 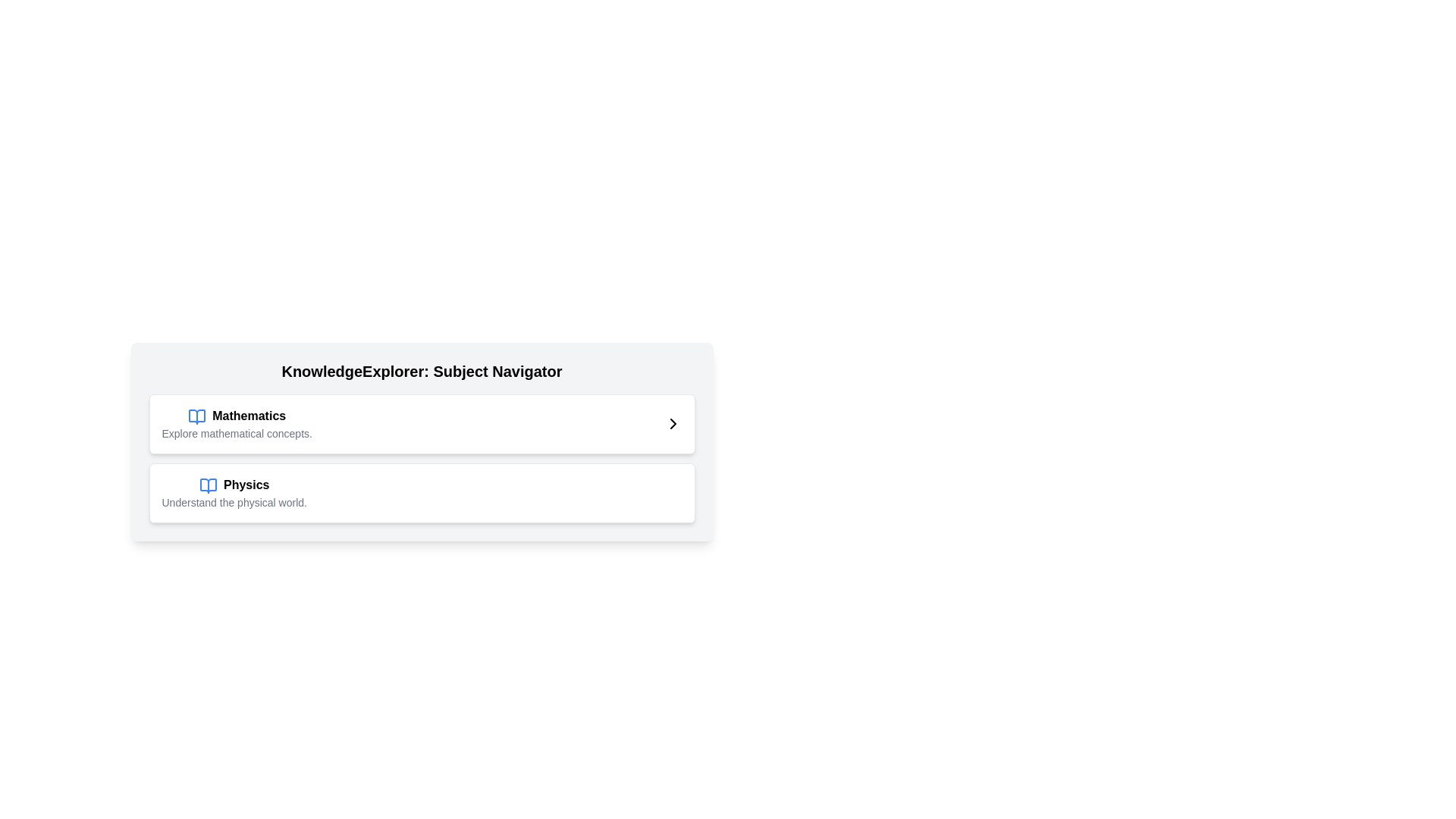 What do you see at coordinates (422, 424) in the screenshot?
I see `the first navigation link for mathematical concepts located at the top of the vertical stack` at bounding box center [422, 424].